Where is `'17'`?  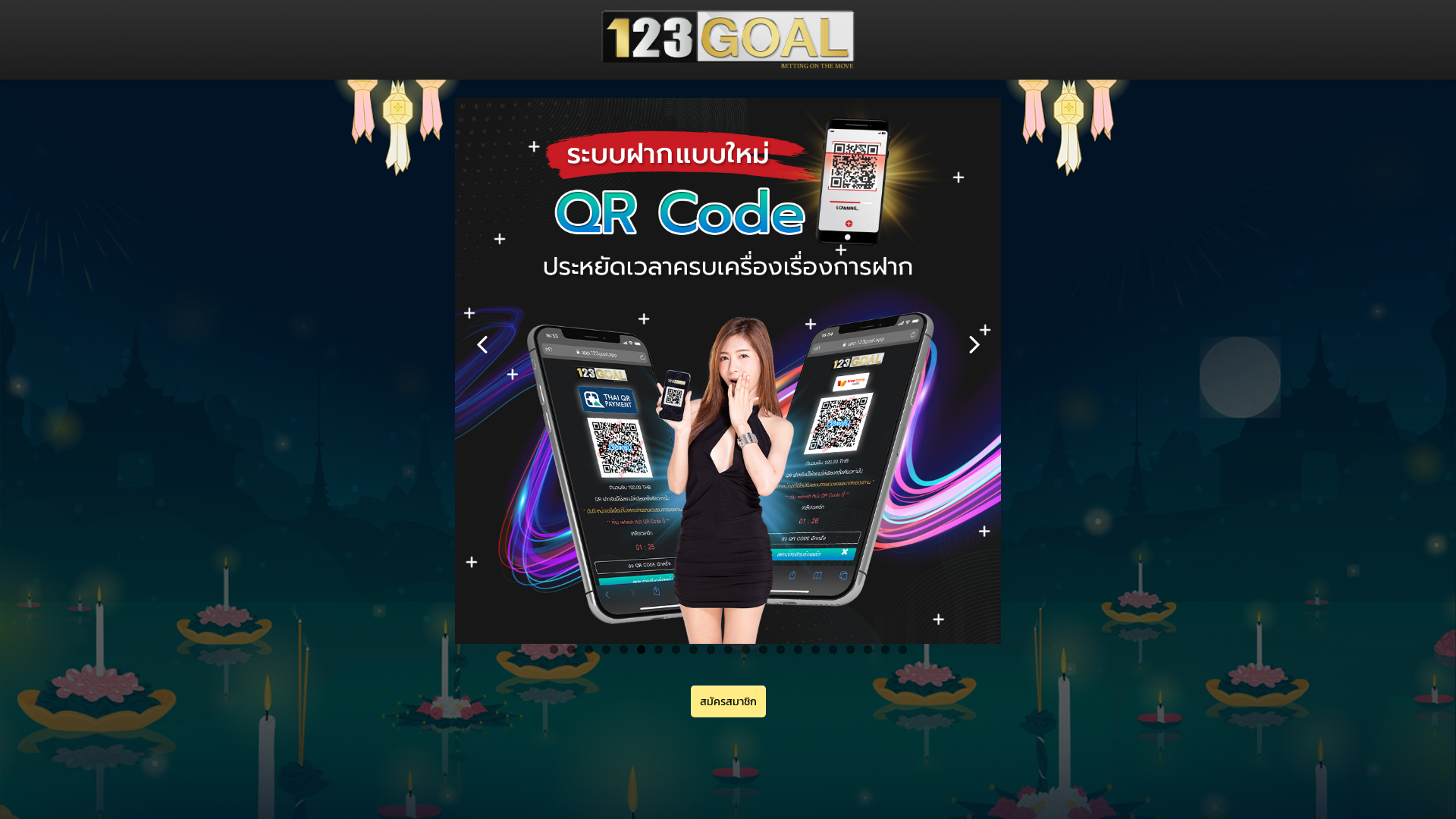
'17' is located at coordinates (831, 648).